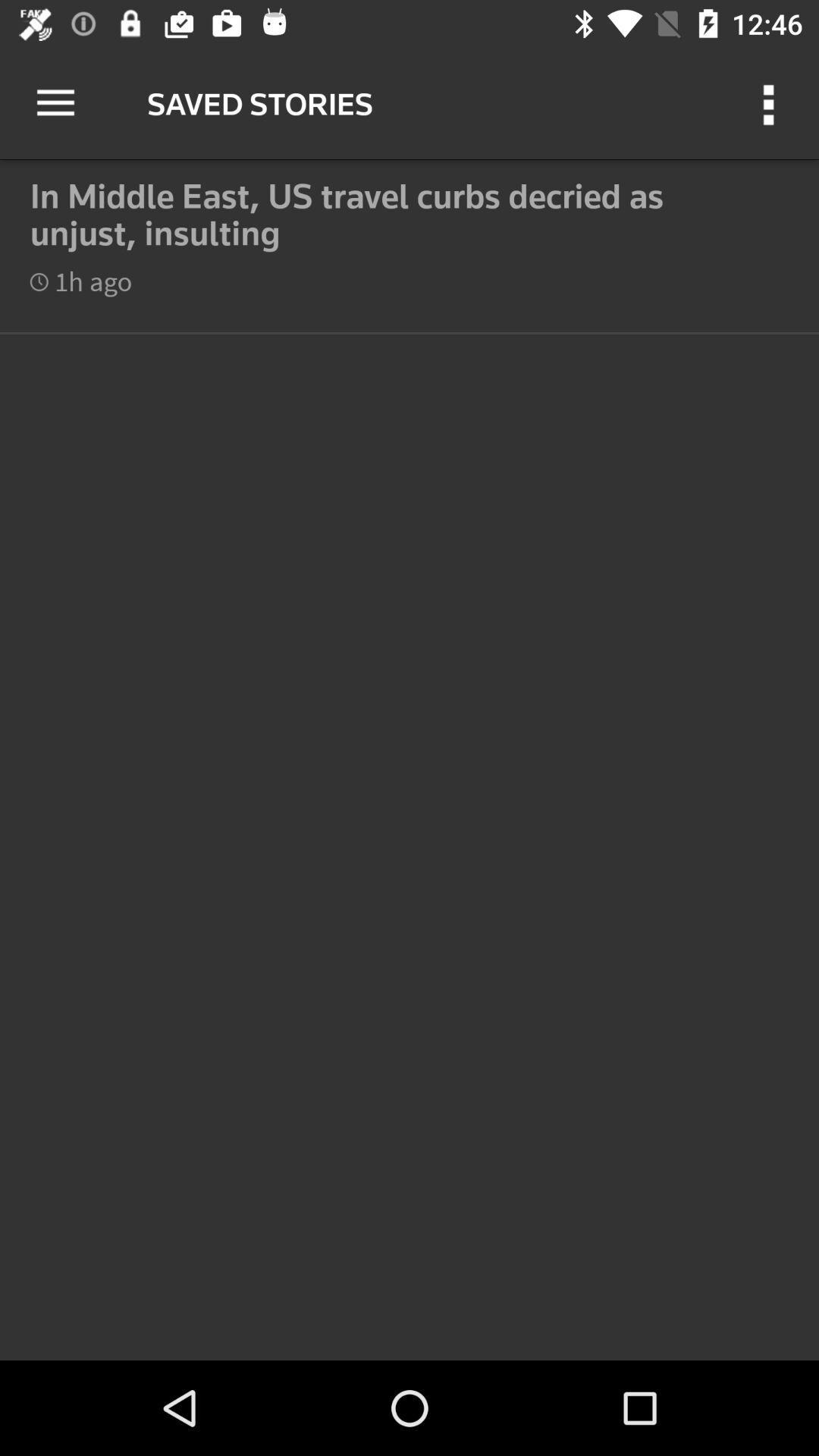  I want to click on the icon next to the saved stories icon, so click(771, 102).